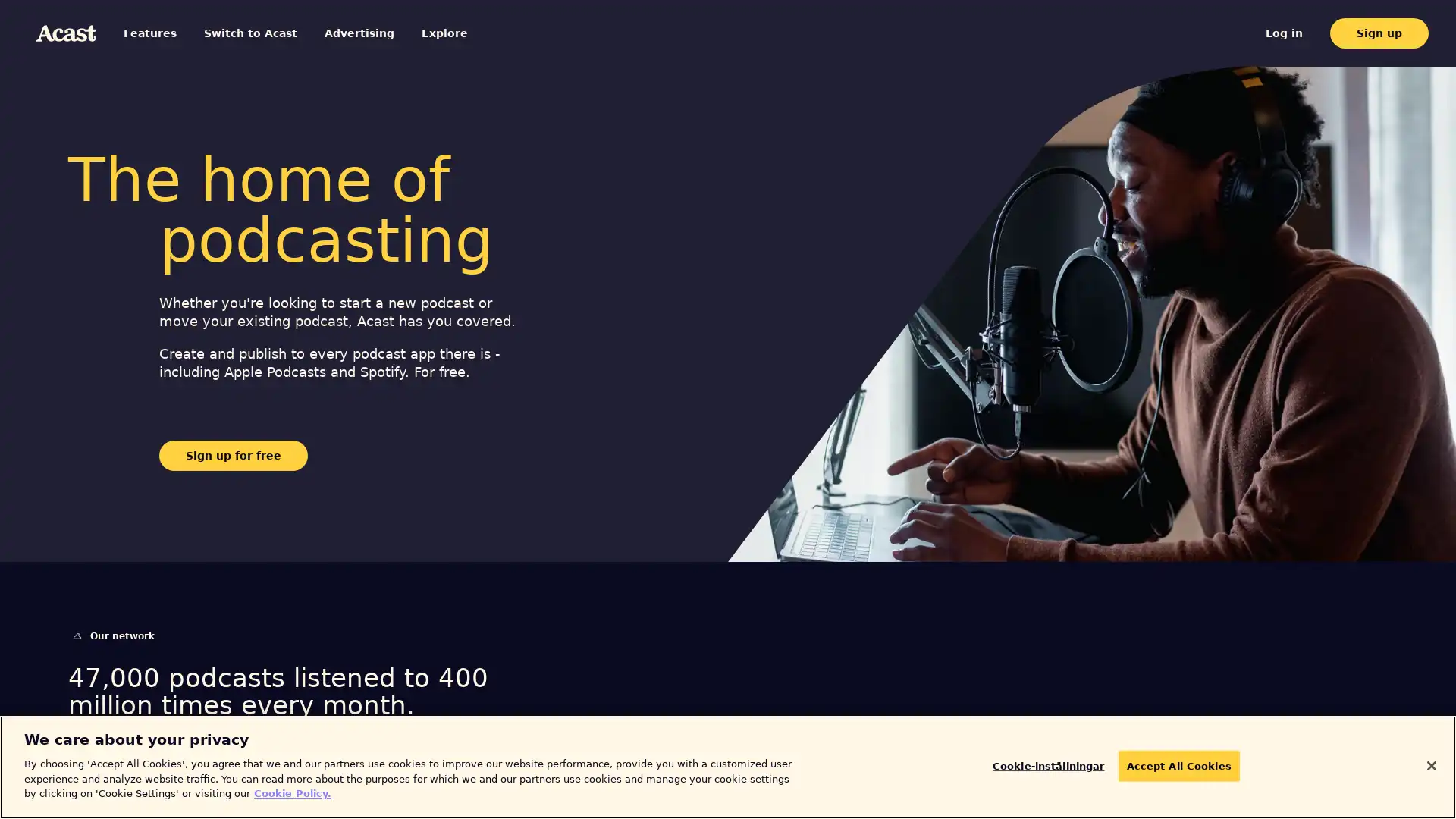 The width and height of the screenshot is (1456, 819). I want to click on Cookie-installningar, so click(1056, 766).